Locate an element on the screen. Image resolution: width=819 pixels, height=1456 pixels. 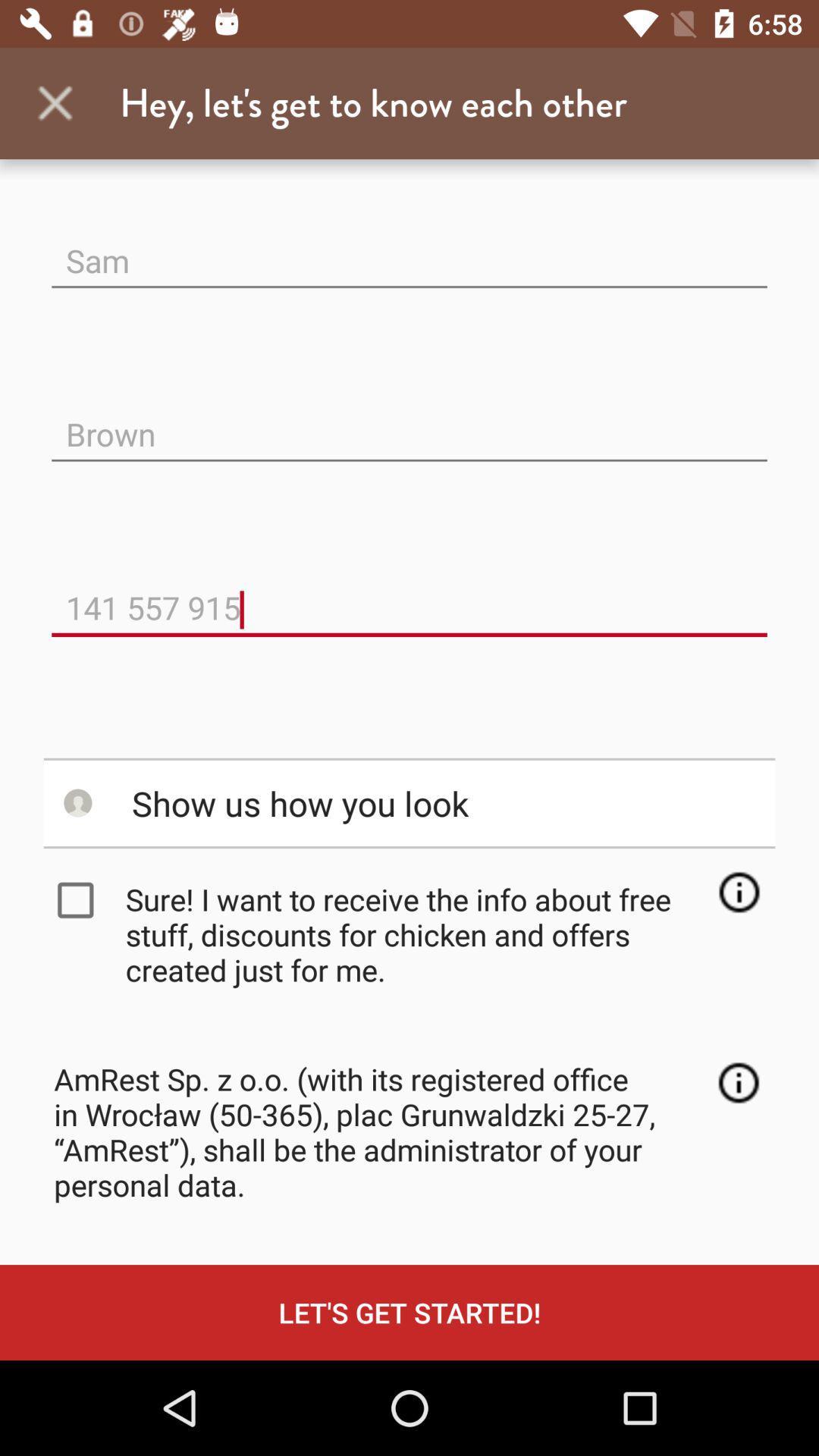
company information is located at coordinates (738, 1081).